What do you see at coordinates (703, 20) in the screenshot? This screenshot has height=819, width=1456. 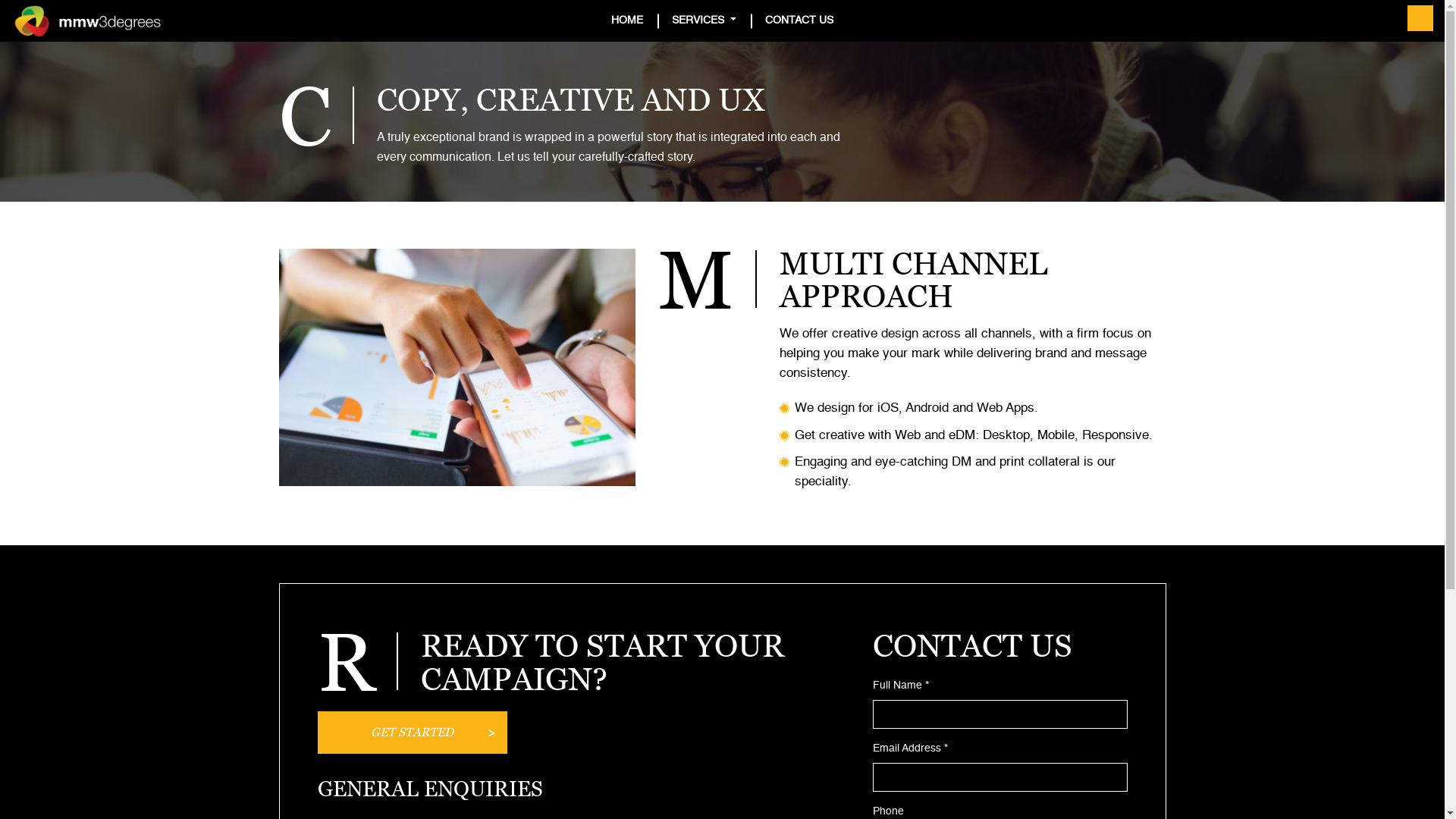 I see `'SERVICES'` at bounding box center [703, 20].